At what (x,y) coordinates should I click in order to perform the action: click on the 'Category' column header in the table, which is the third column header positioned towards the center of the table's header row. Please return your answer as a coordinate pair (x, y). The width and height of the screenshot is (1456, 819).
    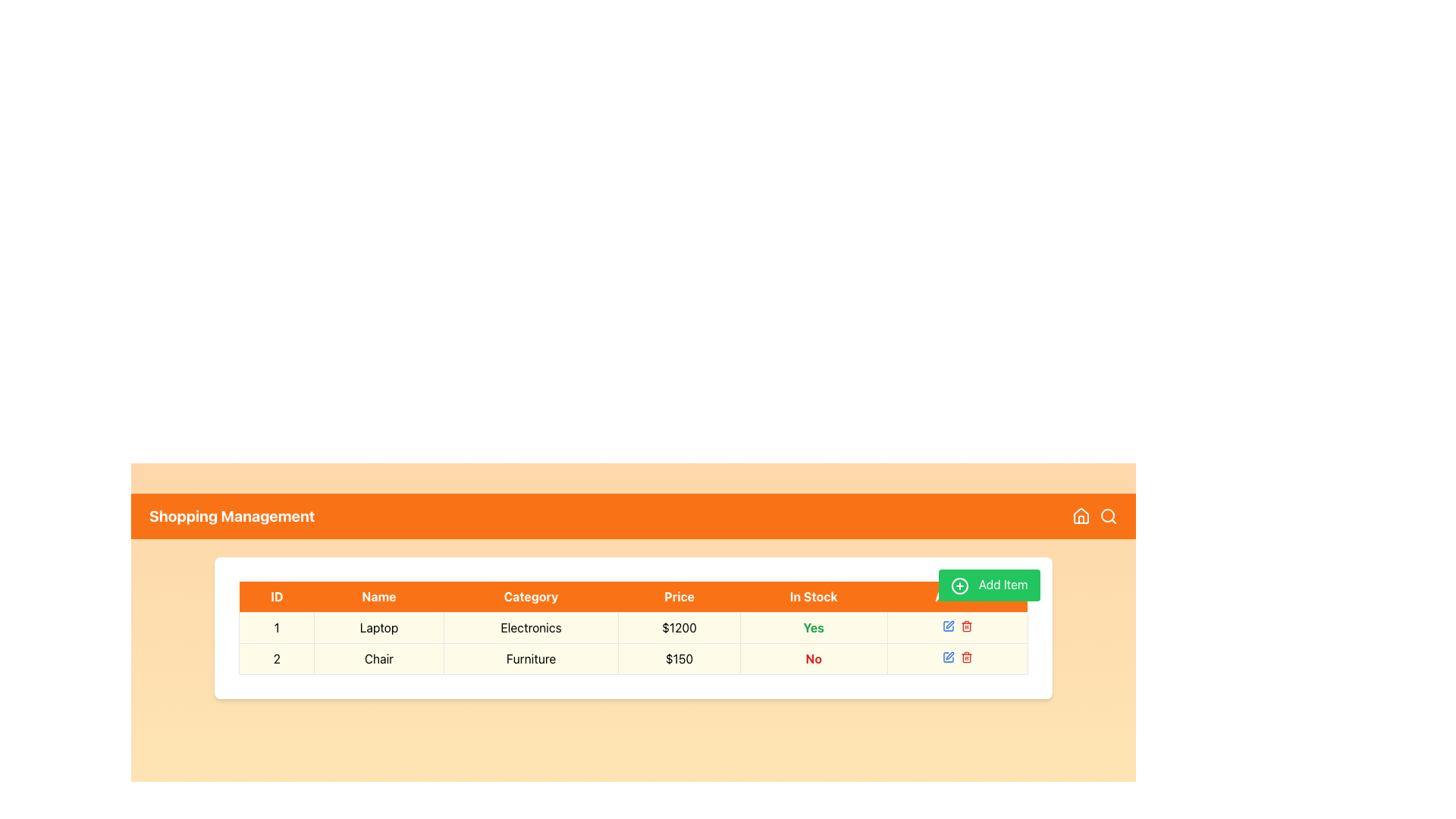
    Looking at the image, I should click on (531, 596).